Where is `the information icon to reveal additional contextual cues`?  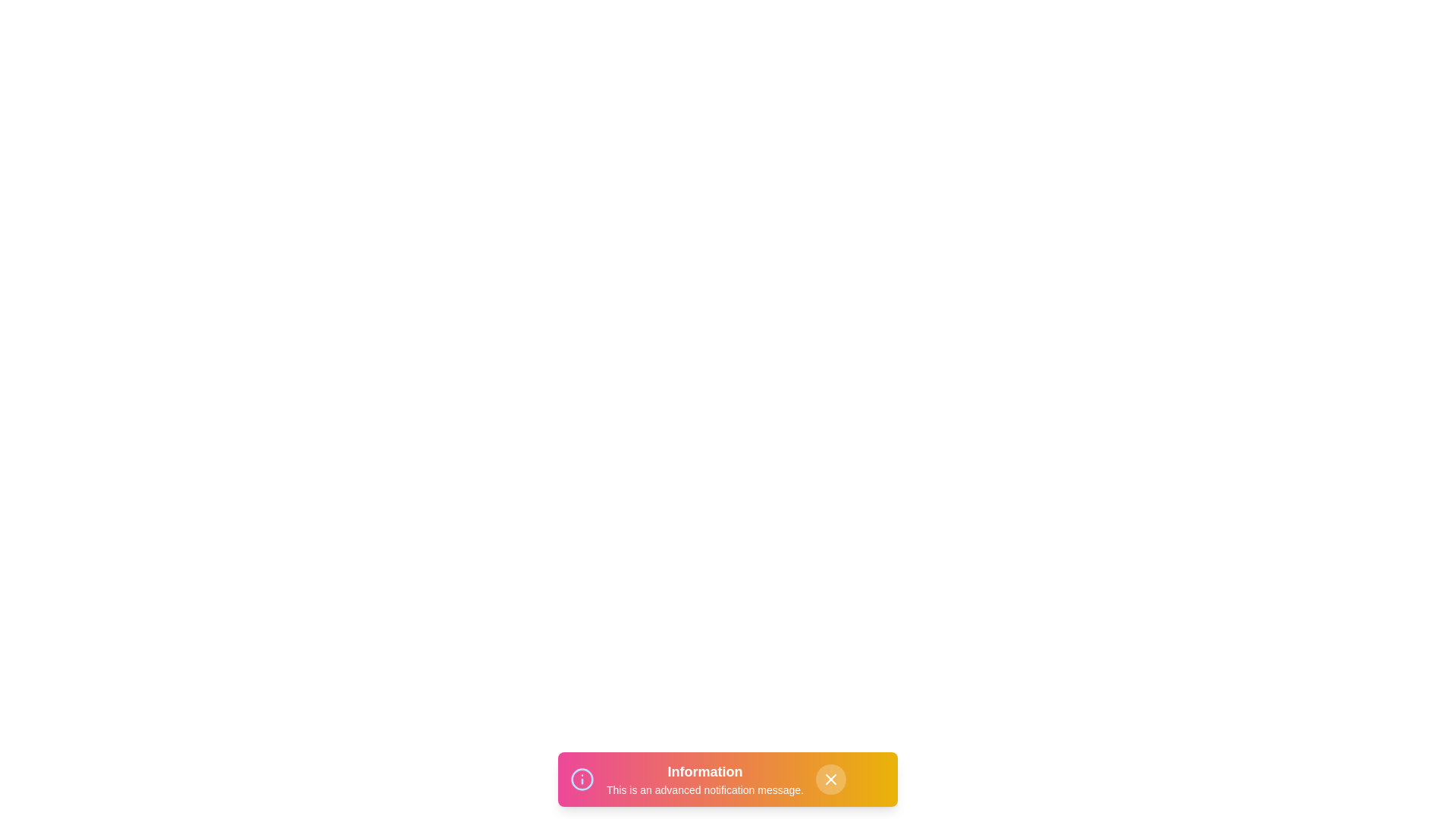 the information icon to reveal additional contextual cues is located at coordinates (582, 780).